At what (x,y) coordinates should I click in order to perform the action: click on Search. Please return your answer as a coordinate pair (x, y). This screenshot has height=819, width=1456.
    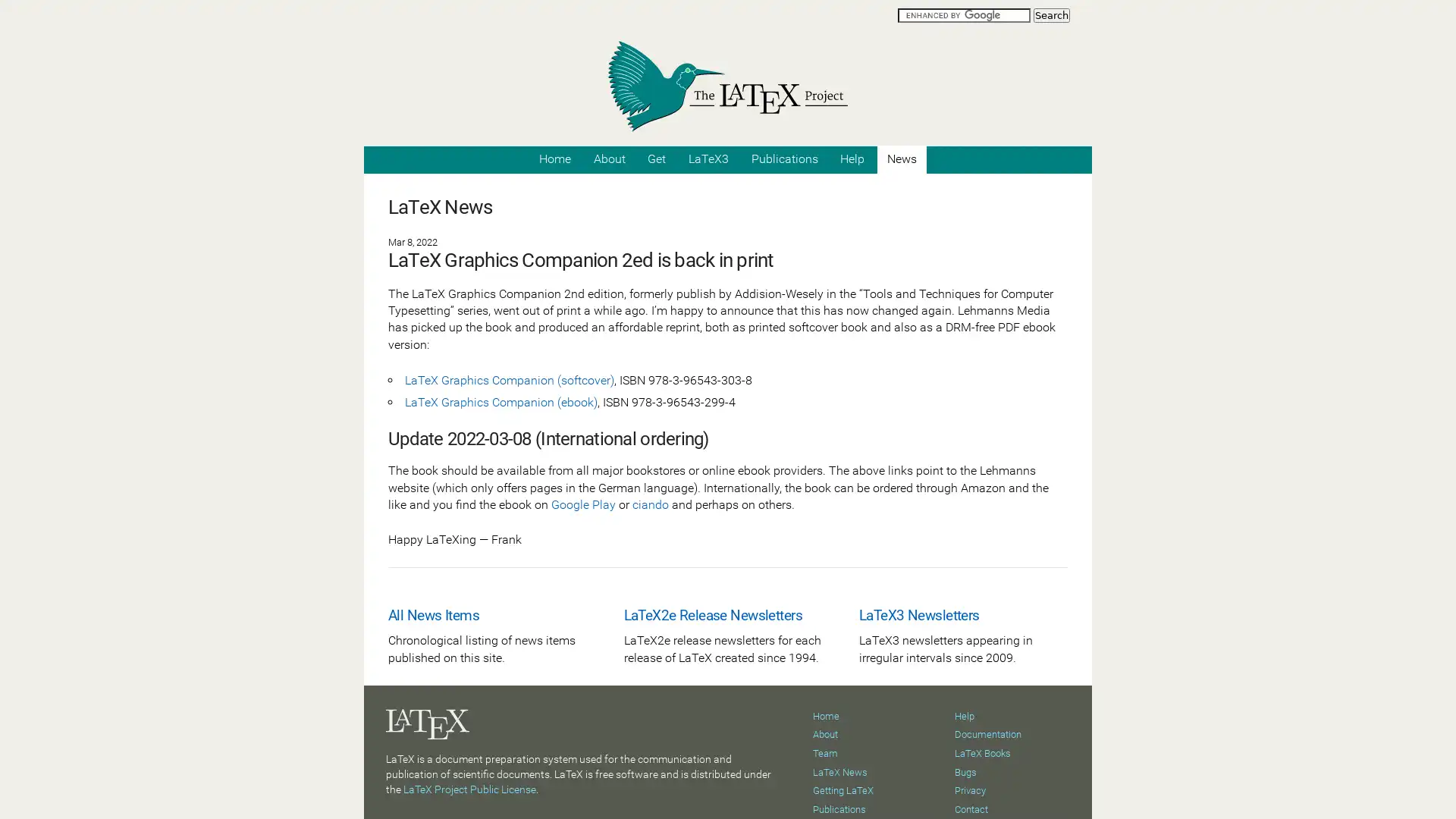
    Looking at the image, I should click on (1051, 15).